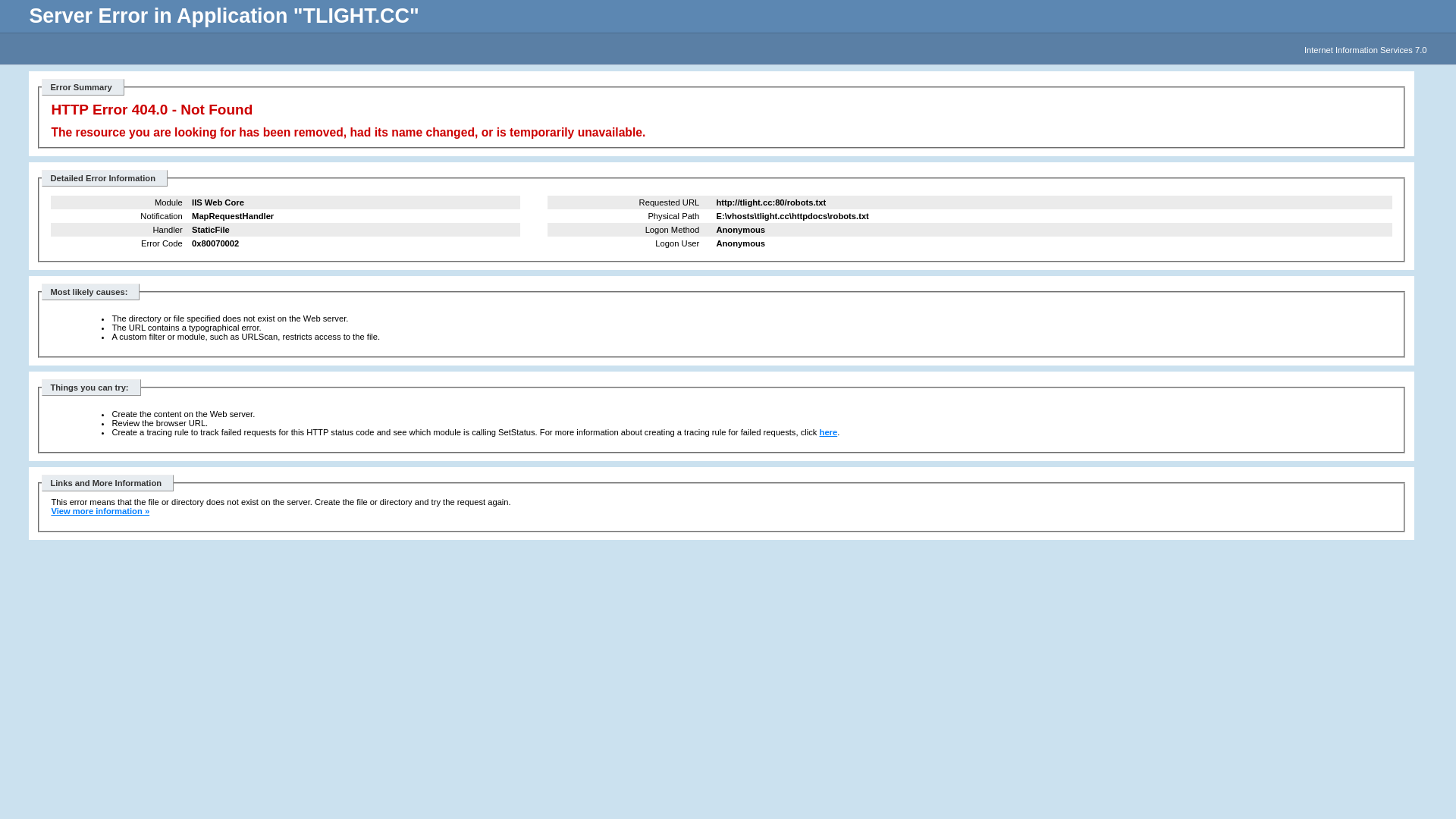 The height and width of the screenshot is (819, 1456). Describe the element at coordinates (828, 432) in the screenshot. I see `'here'` at that location.